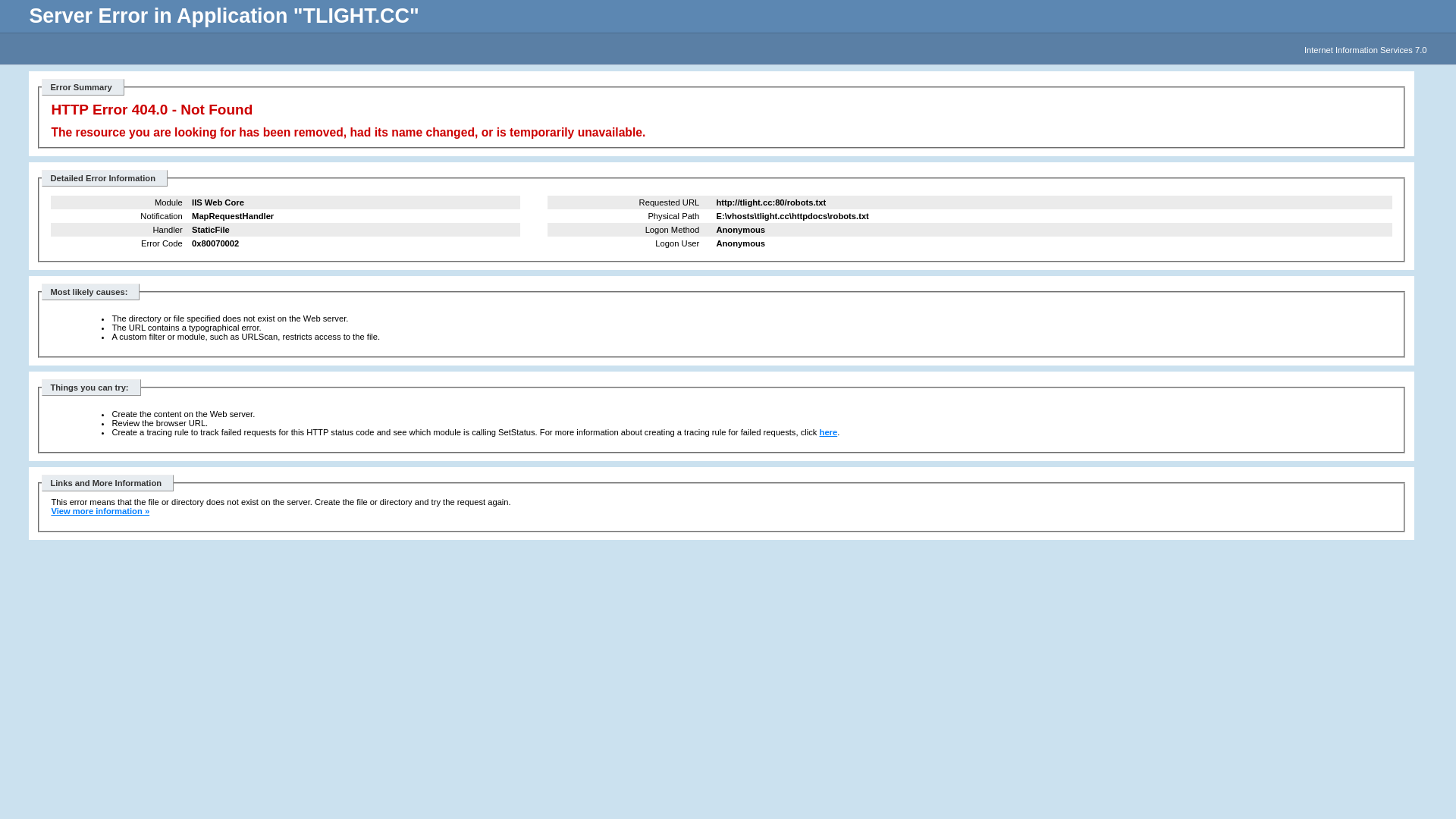 The height and width of the screenshot is (819, 1456). Describe the element at coordinates (828, 432) in the screenshot. I see `'here'` at that location.